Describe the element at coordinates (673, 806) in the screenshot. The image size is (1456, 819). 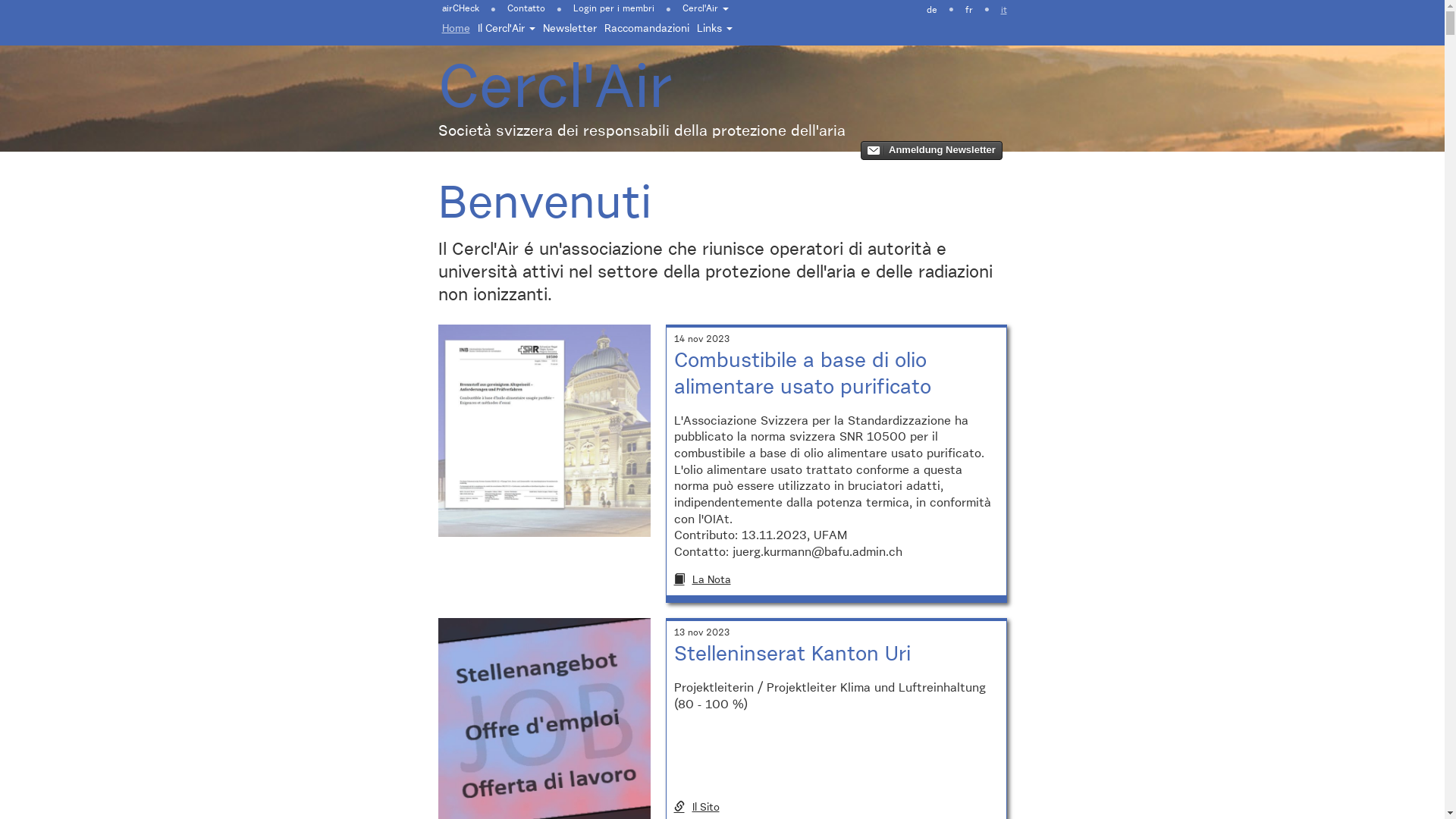
I see `'Il Sito'` at that location.